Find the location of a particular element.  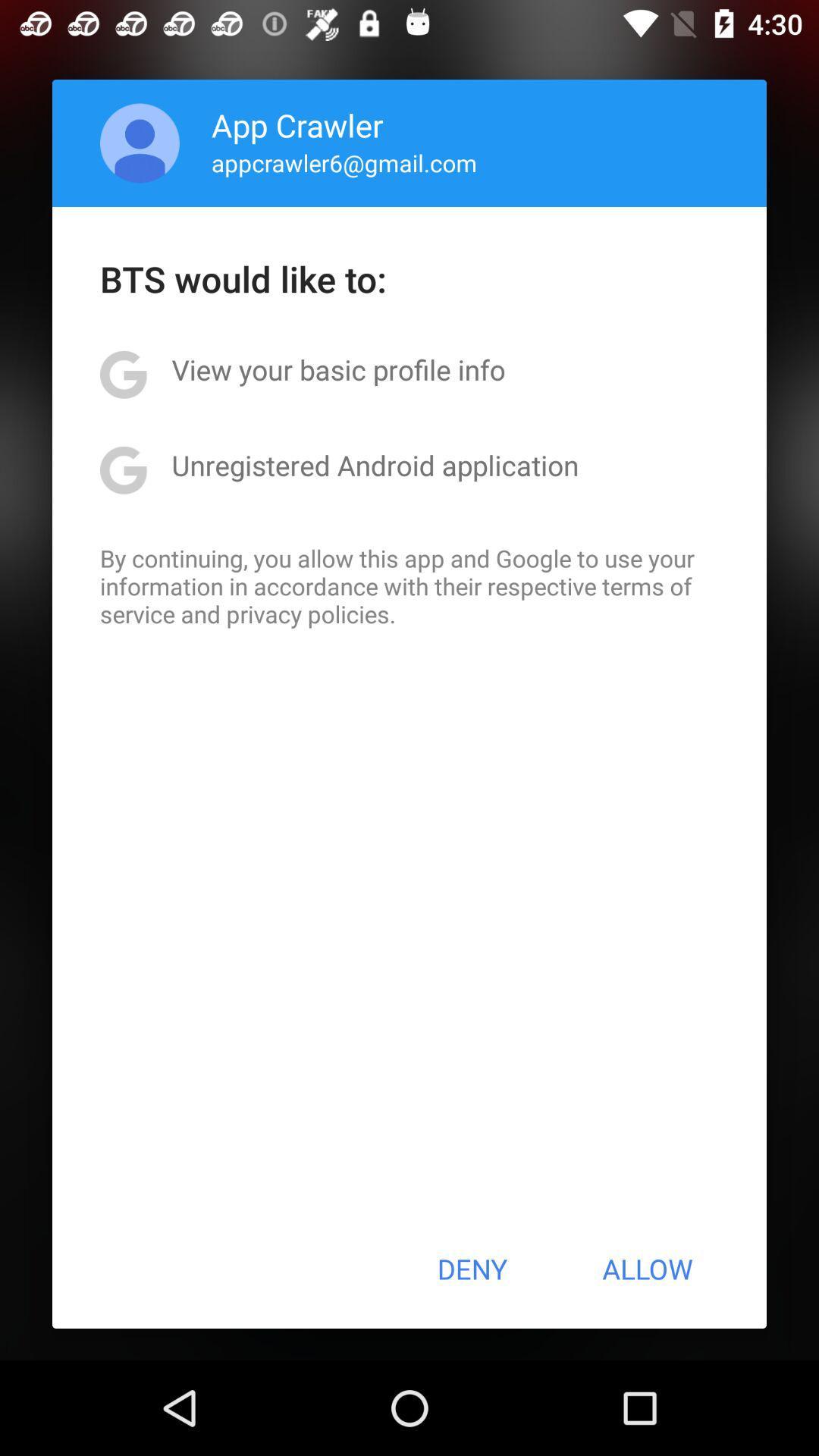

button next to the allow button is located at coordinates (471, 1269).